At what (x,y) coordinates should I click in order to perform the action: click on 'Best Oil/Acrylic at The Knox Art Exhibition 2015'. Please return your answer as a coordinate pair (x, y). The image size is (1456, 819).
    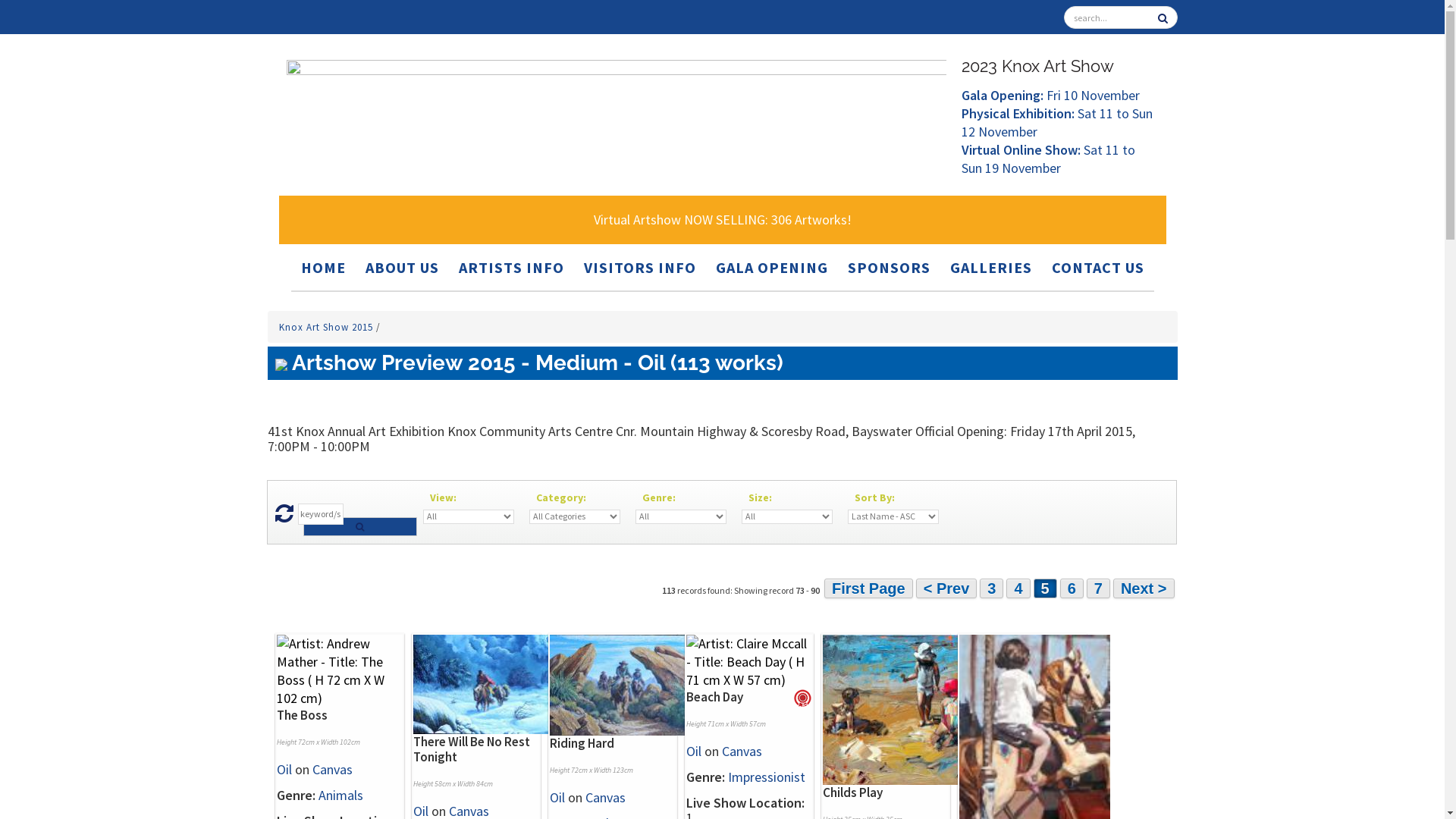
    Looking at the image, I should click on (792, 698).